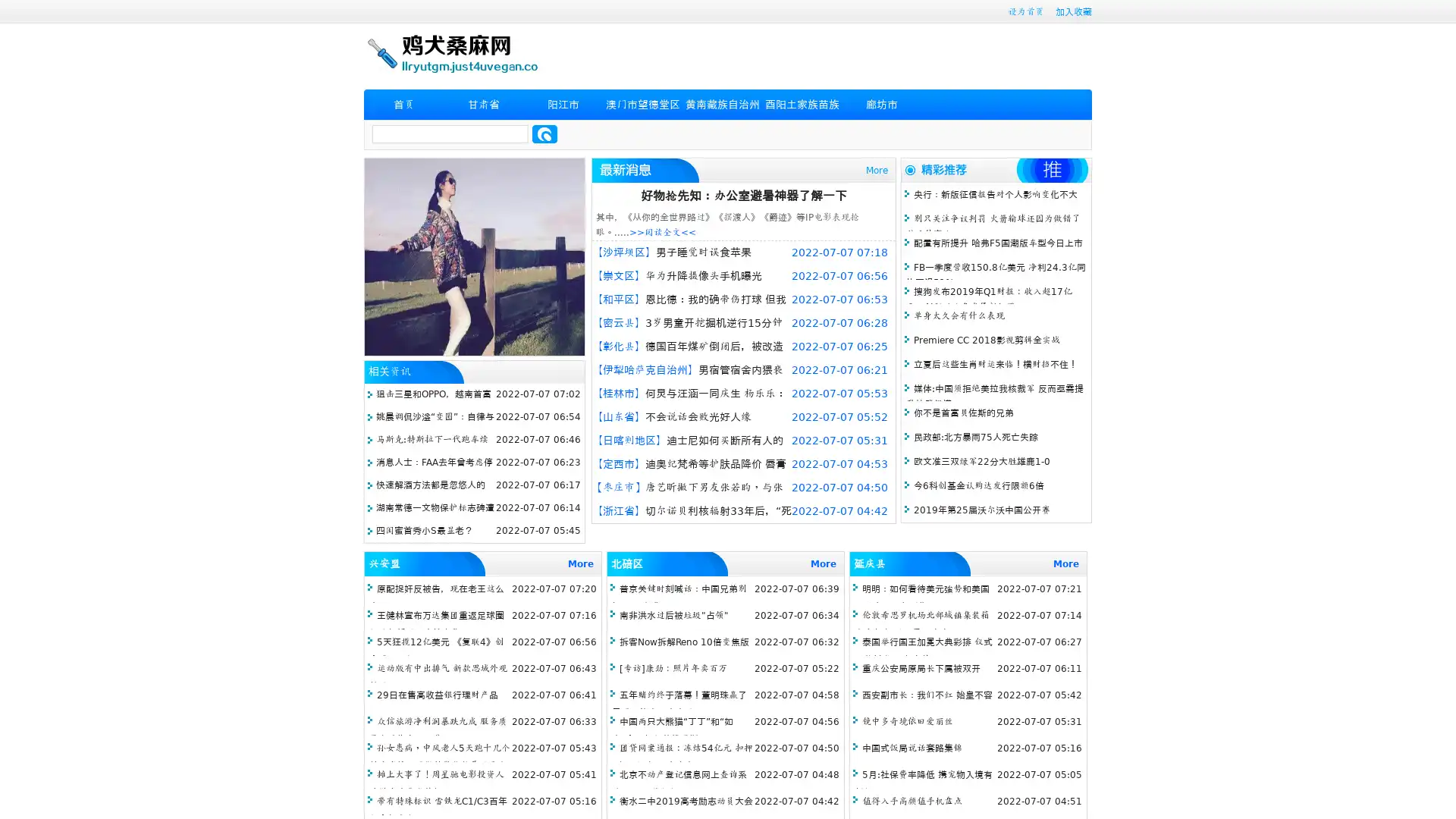 This screenshot has height=819, width=1456. Describe the element at coordinates (544, 133) in the screenshot. I see `Search` at that location.